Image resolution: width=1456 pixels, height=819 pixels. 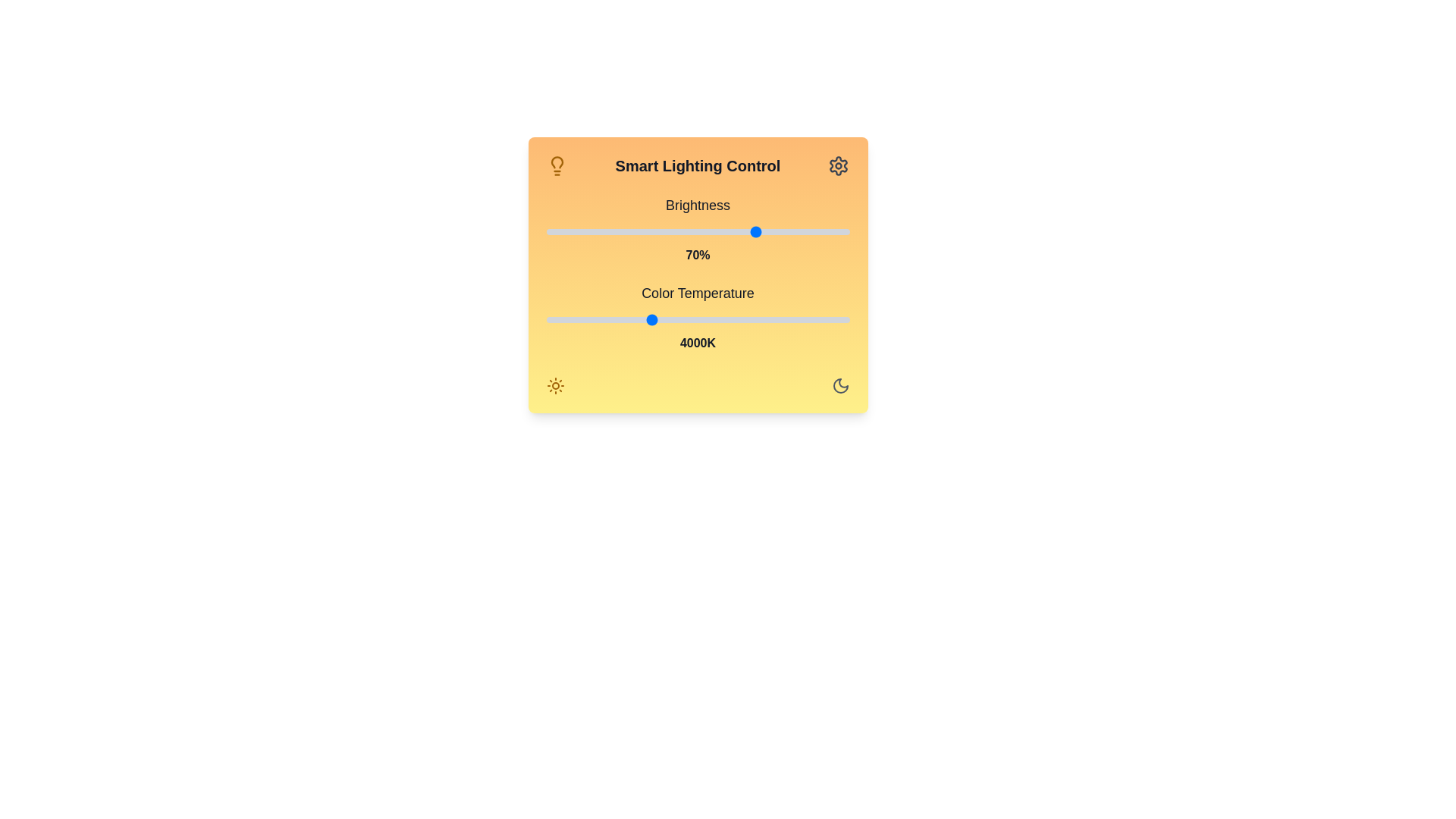 I want to click on the brightness slider to set the brightness to 73%, so click(x=767, y=231).